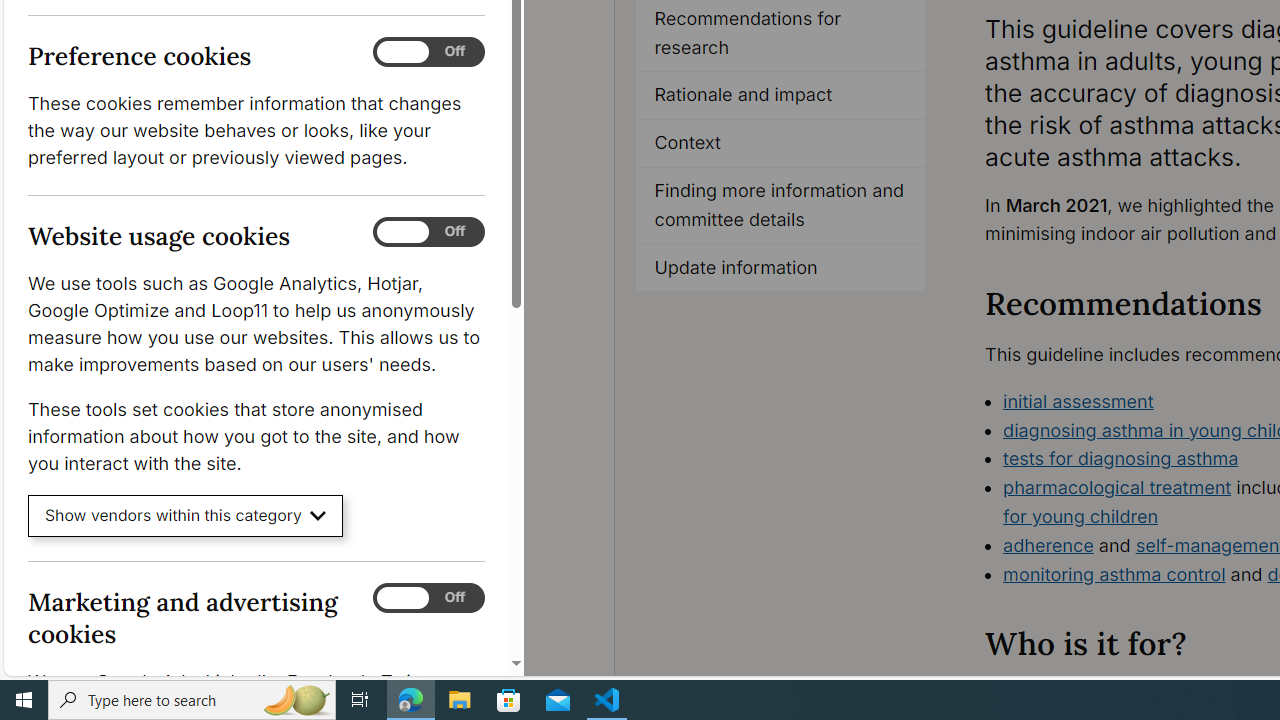 The height and width of the screenshot is (720, 1280). Describe the element at coordinates (1047, 545) in the screenshot. I see `'adherence'` at that location.